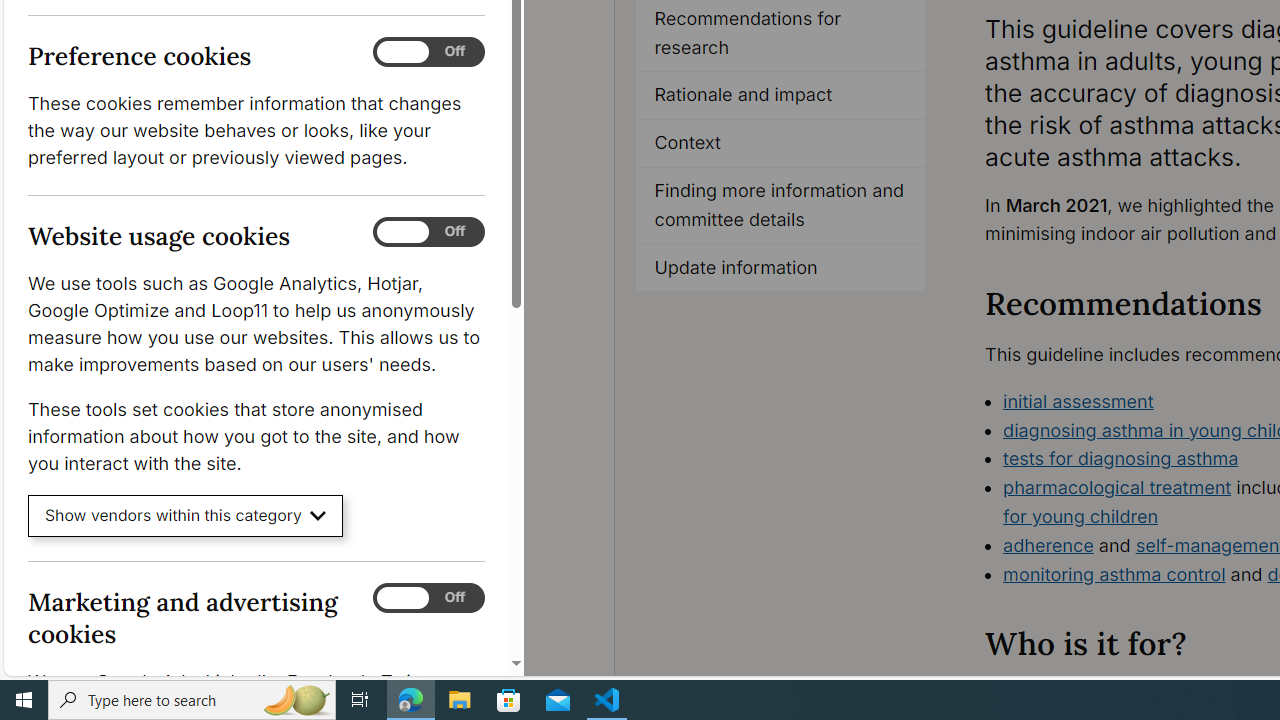 The height and width of the screenshot is (720, 1280). Describe the element at coordinates (1047, 545) in the screenshot. I see `'adherence'` at that location.